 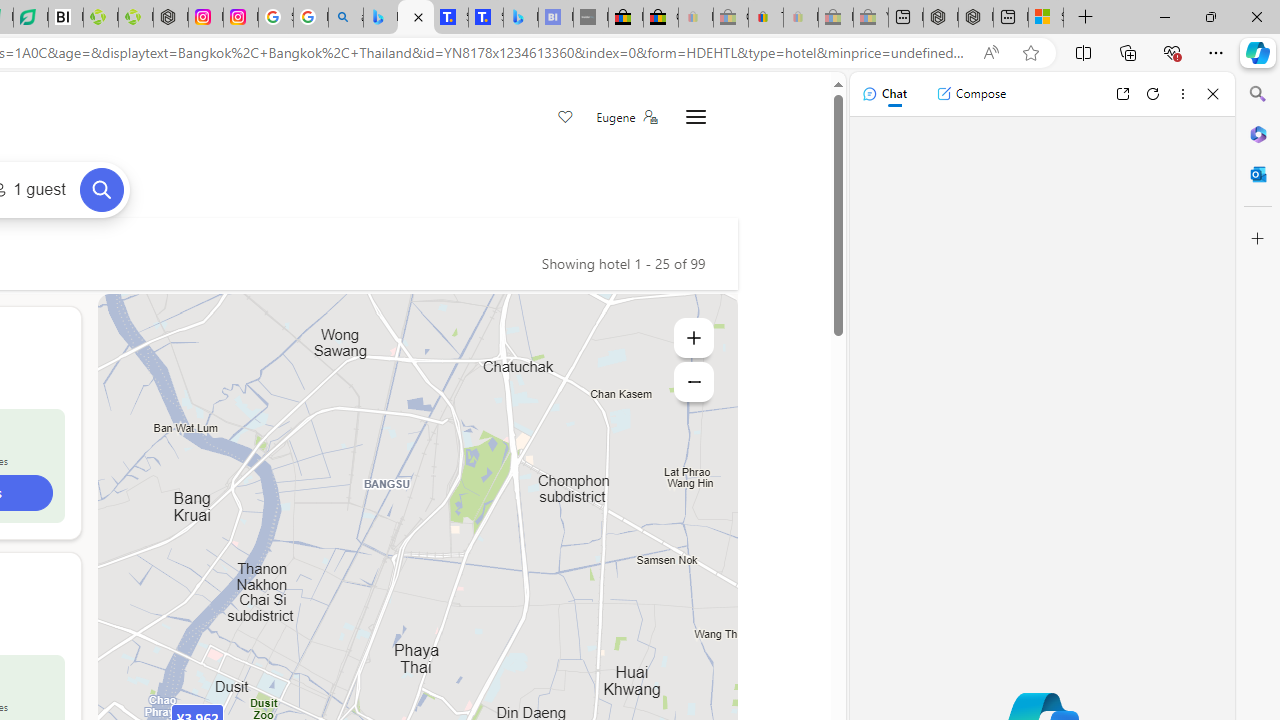 I want to click on 'Payments Terms of Use | eBay.com - Sleeping', so click(x=800, y=17).